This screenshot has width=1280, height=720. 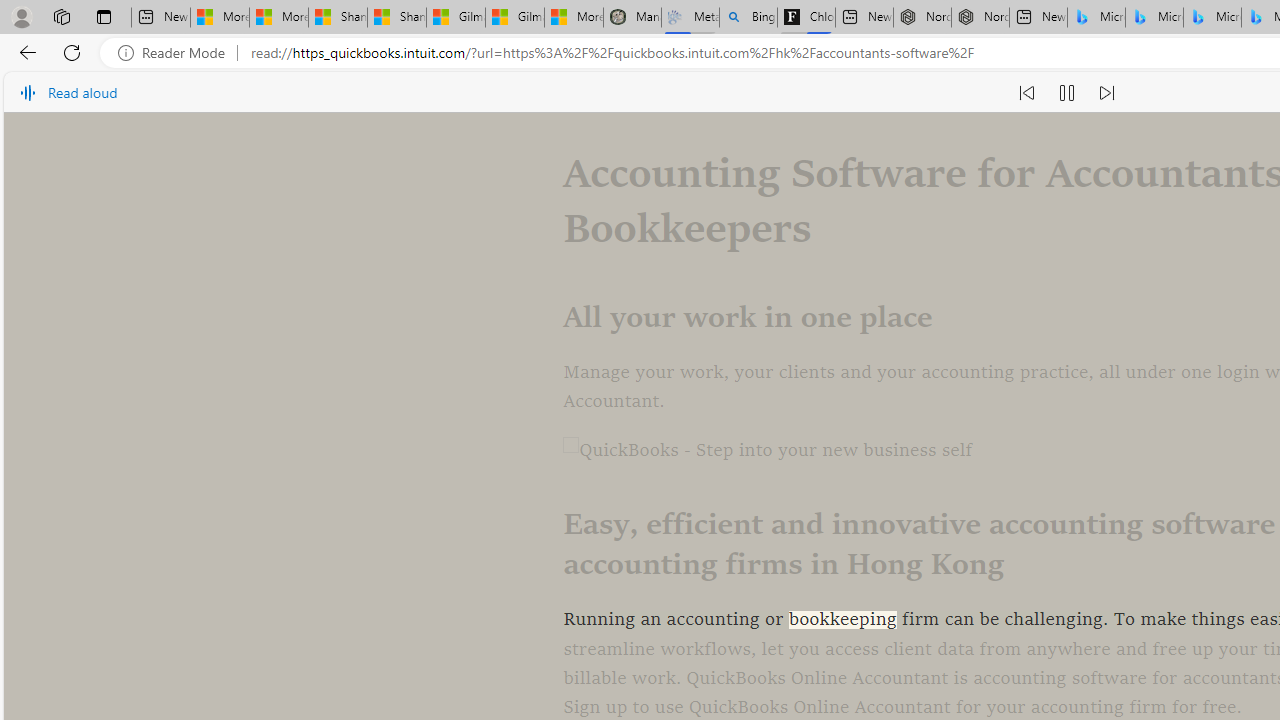 What do you see at coordinates (806, 17) in the screenshot?
I see `'Chloe Sorvino'` at bounding box center [806, 17].